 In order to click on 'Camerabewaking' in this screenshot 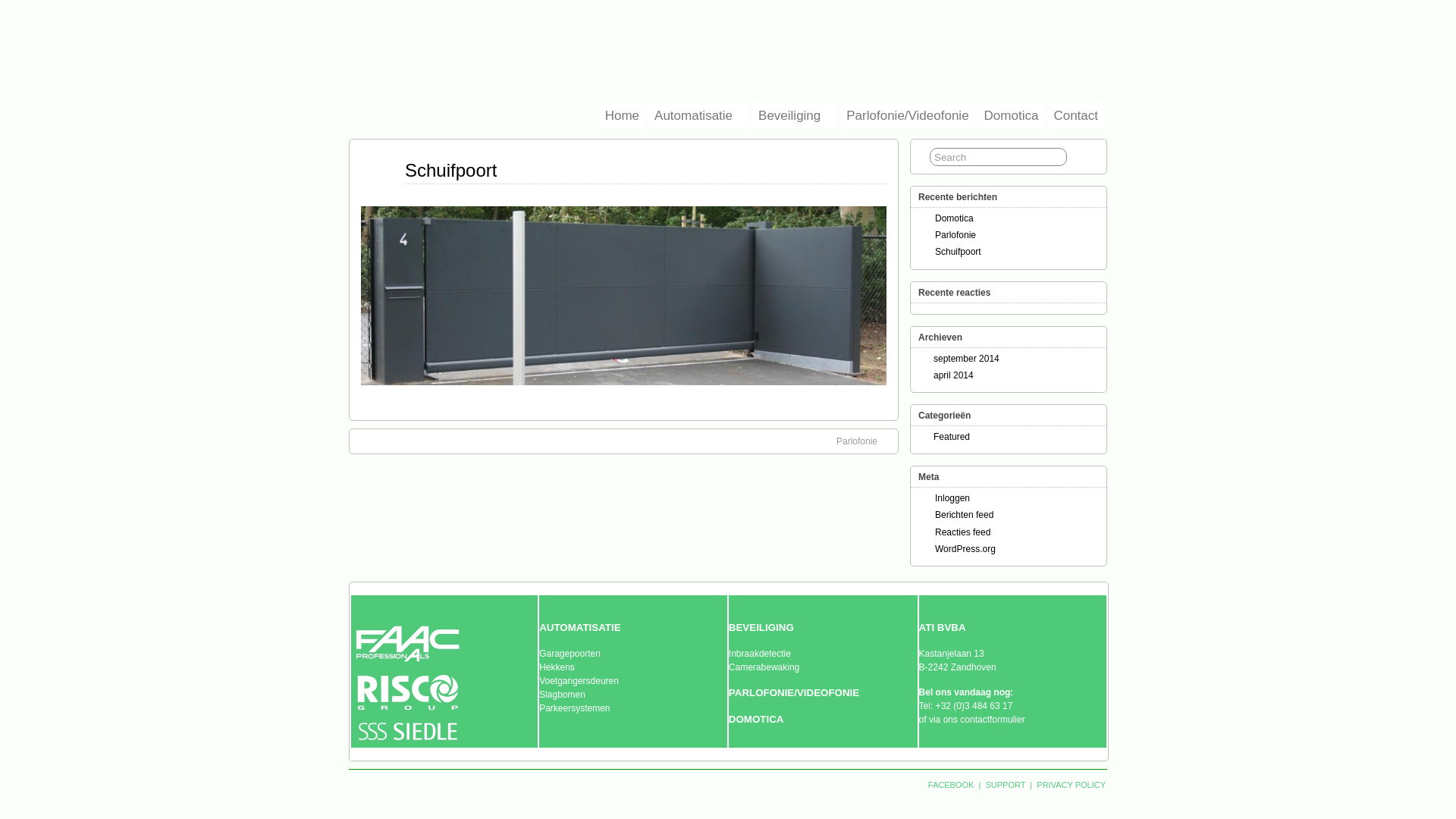, I will do `click(728, 666)`.